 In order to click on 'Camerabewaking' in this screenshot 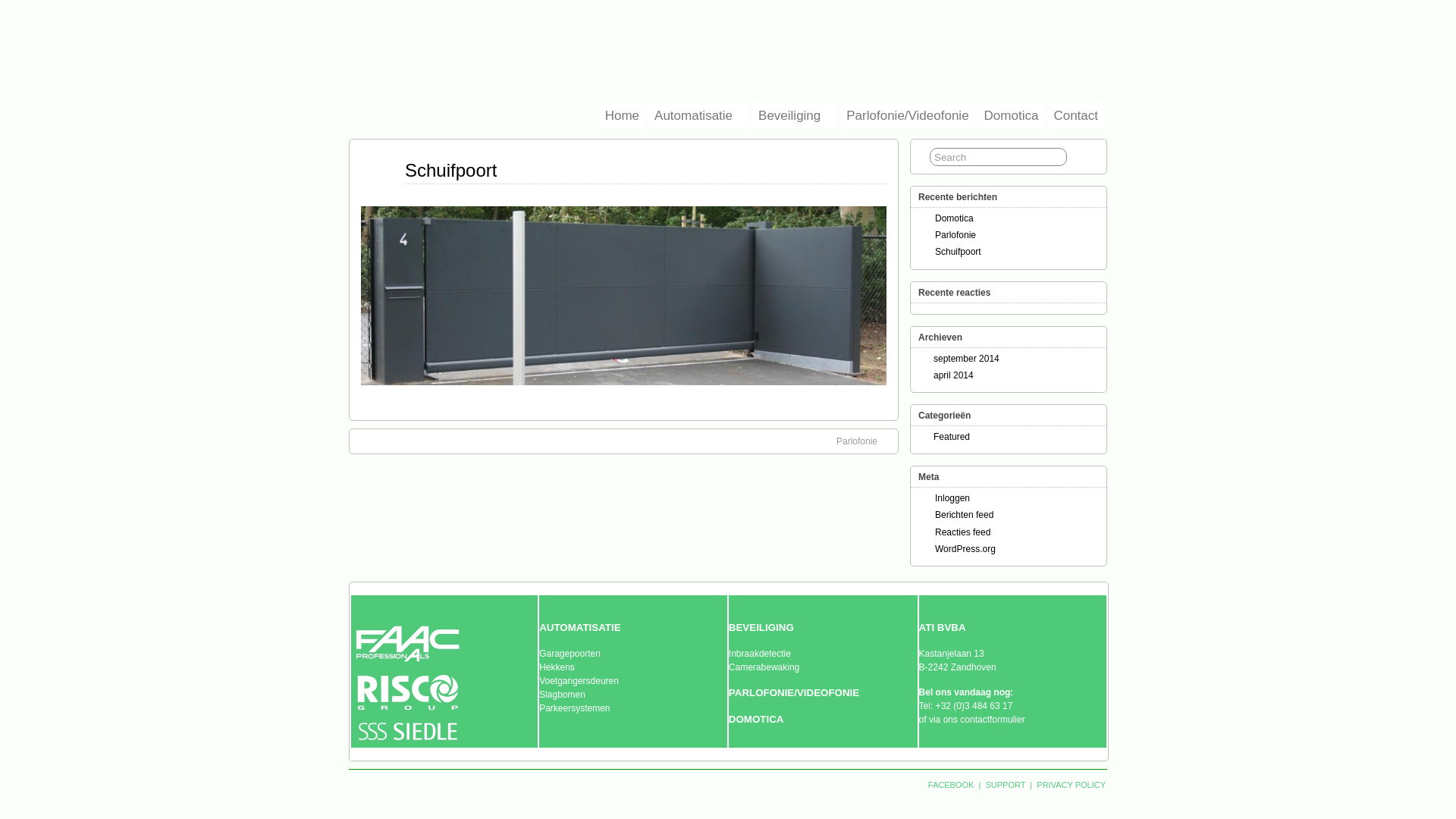, I will do `click(728, 666)`.